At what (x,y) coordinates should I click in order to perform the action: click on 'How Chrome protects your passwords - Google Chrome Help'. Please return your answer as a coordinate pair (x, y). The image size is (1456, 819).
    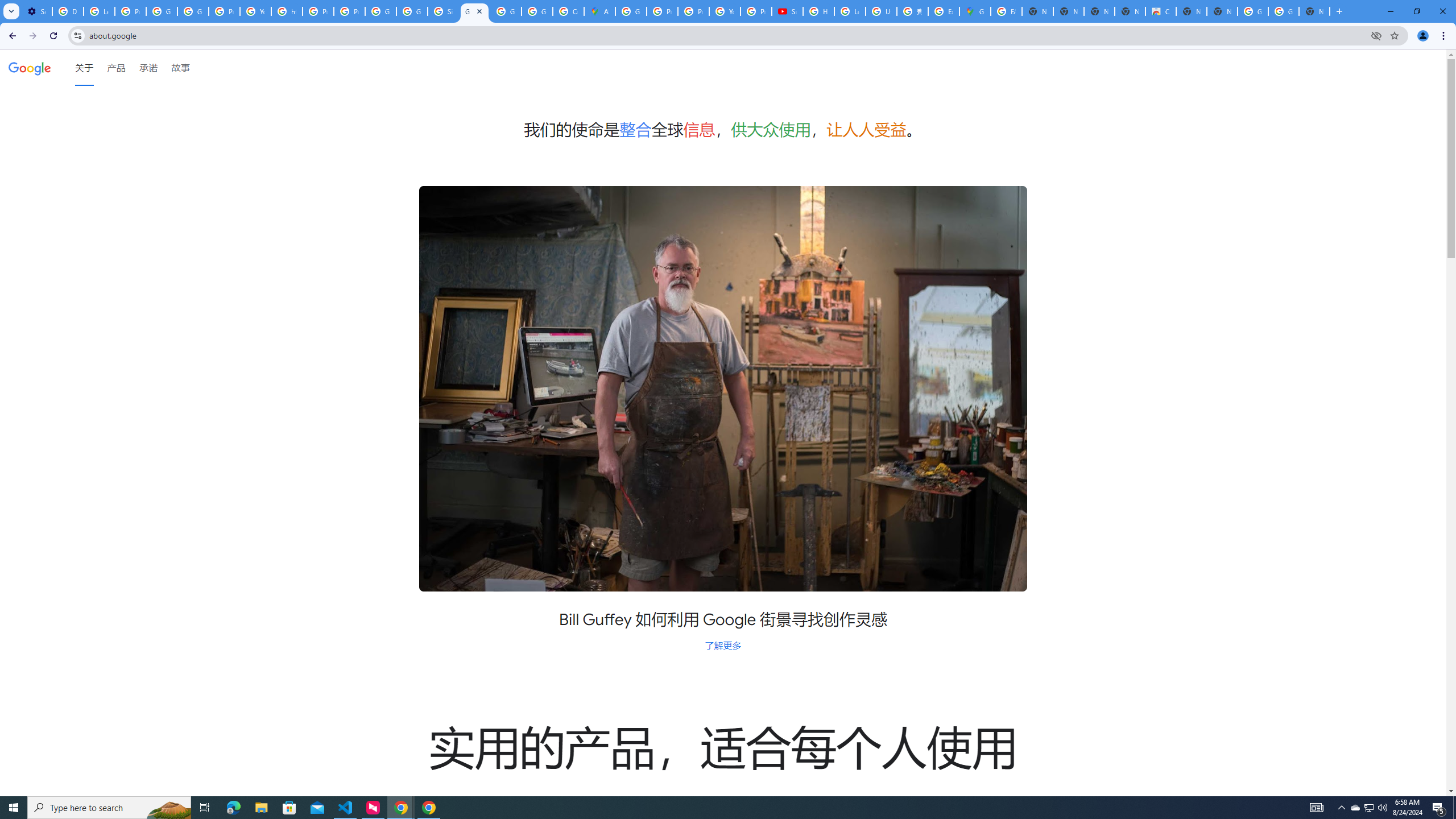
    Looking at the image, I should click on (818, 11).